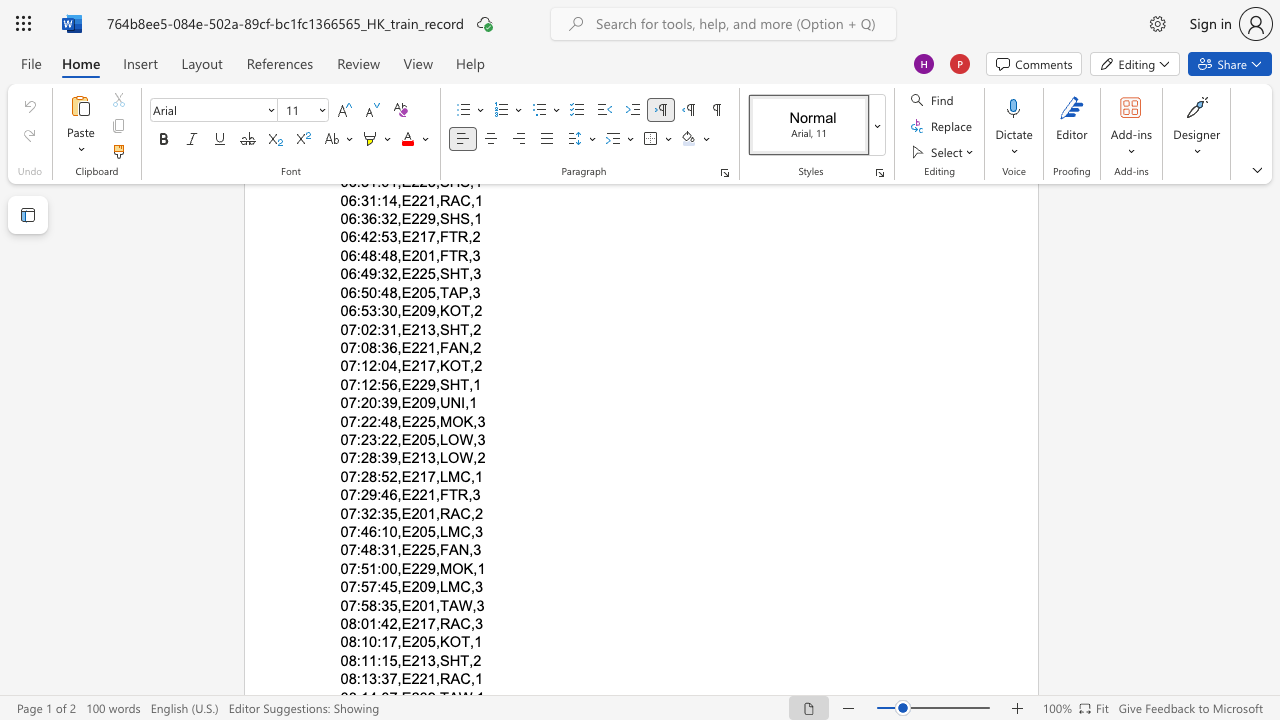 The height and width of the screenshot is (720, 1280). What do you see at coordinates (410, 512) in the screenshot?
I see `the subset text "201,RAC" within the text "07:32:35,E201,RAC,2"` at bounding box center [410, 512].